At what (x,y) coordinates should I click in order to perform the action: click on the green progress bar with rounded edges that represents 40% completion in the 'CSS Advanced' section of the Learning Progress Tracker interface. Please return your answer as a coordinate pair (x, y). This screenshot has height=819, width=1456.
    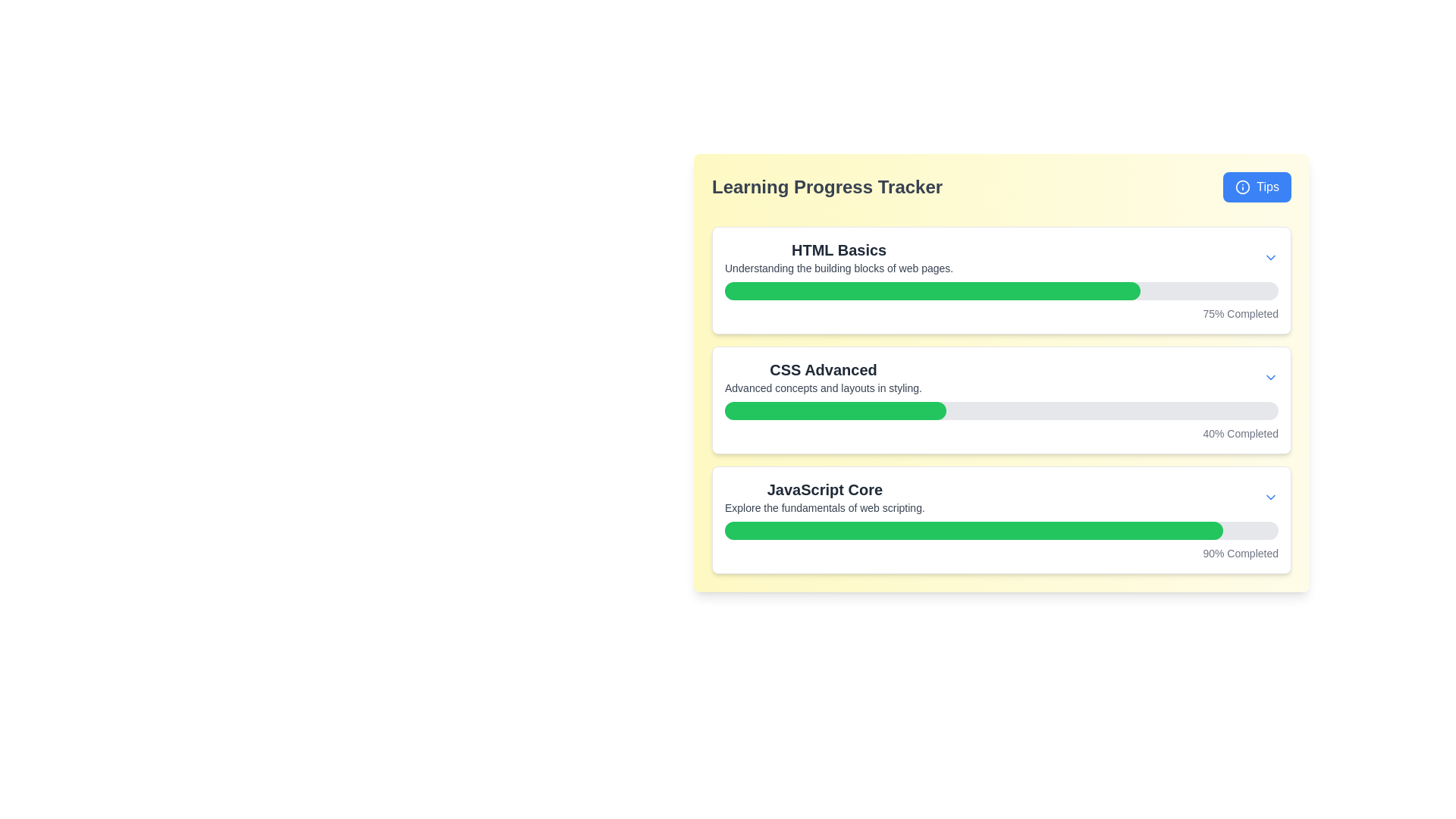
    Looking at the image, I should click on (835, 411).